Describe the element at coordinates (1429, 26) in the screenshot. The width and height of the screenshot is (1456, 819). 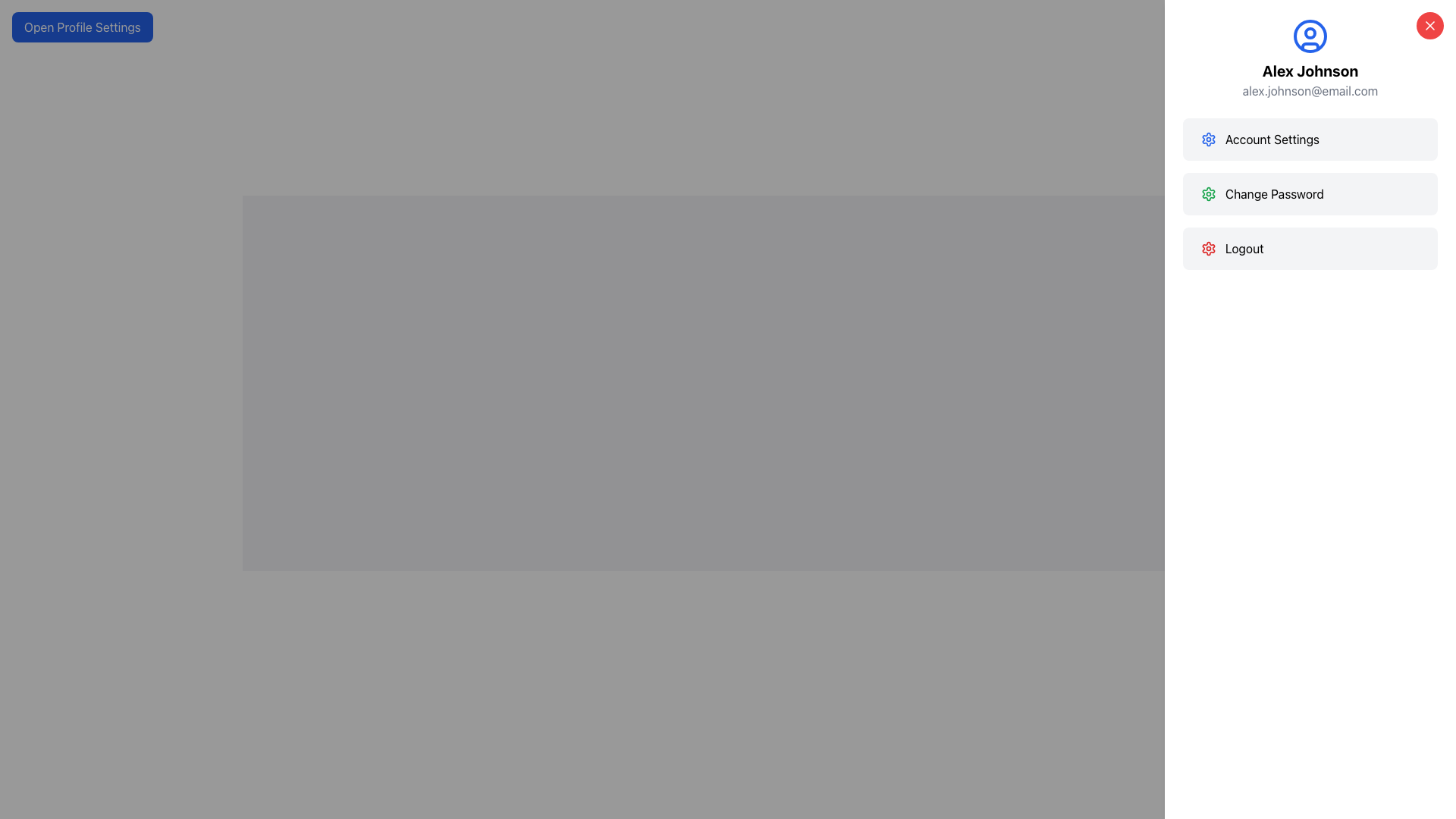
I see `the 'X' icon within the circular red button located in the top-right corner of the right-hand white side panel` at that location.